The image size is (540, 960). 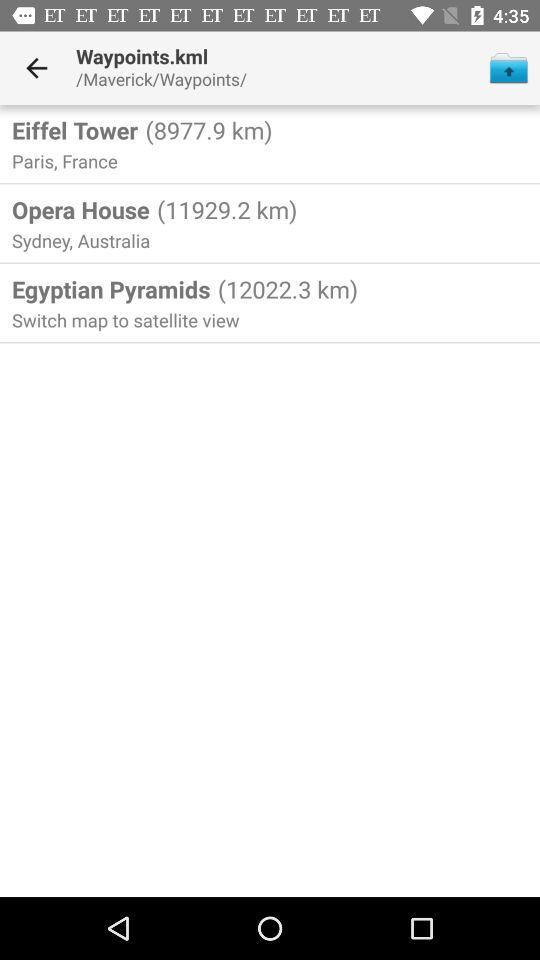 What do you see at coordinates (82, 240) in the screenshot?
I see `sydney, australia` at bounding box center [82, 240].